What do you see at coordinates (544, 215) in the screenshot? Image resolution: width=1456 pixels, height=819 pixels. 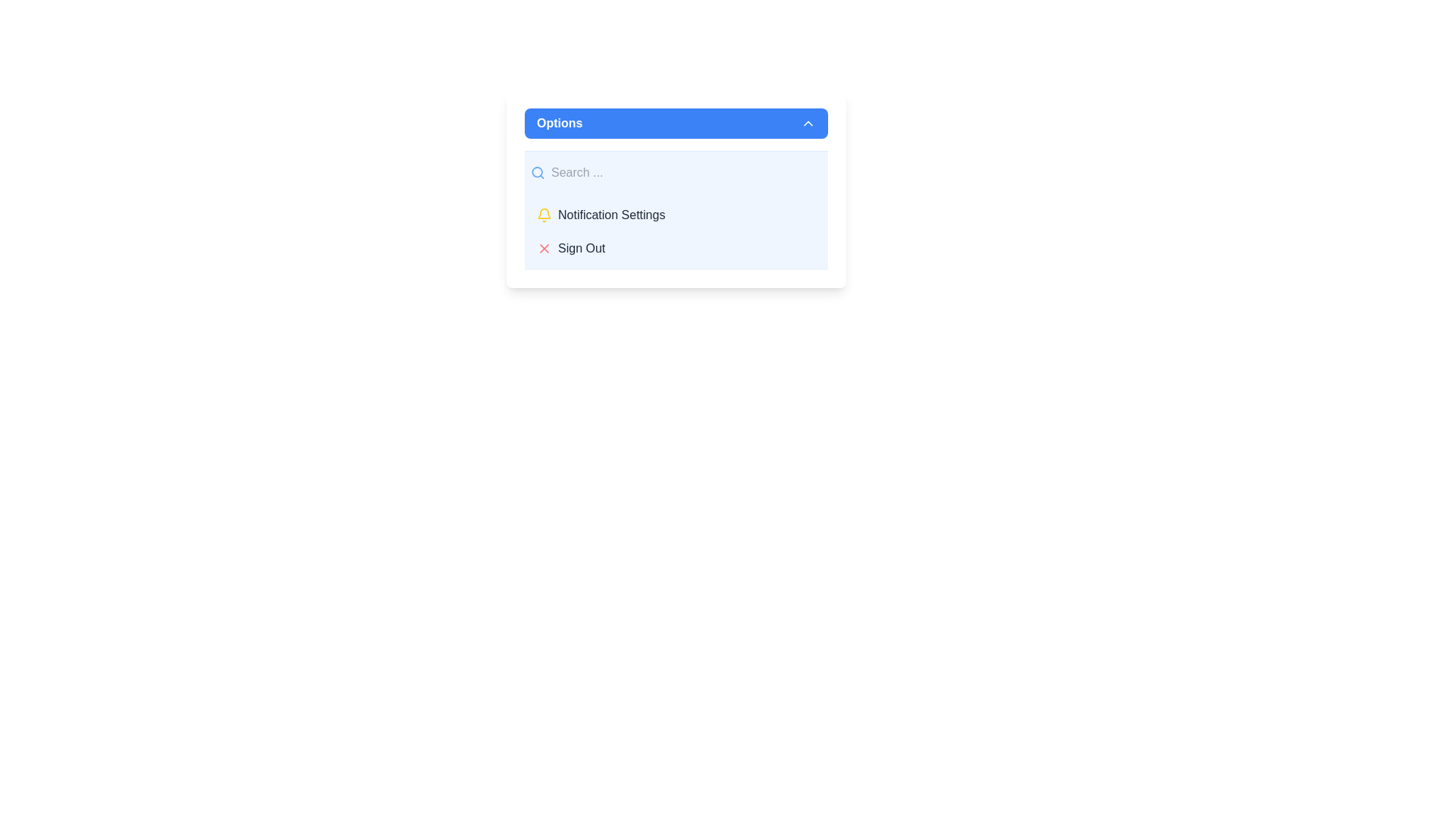 I see `the bell icon which signifies notifications or notification settings, located in the dropdown menu under 'Options' and immediately to the left of 'Notification Settings'` at bounding box center [544, 215].